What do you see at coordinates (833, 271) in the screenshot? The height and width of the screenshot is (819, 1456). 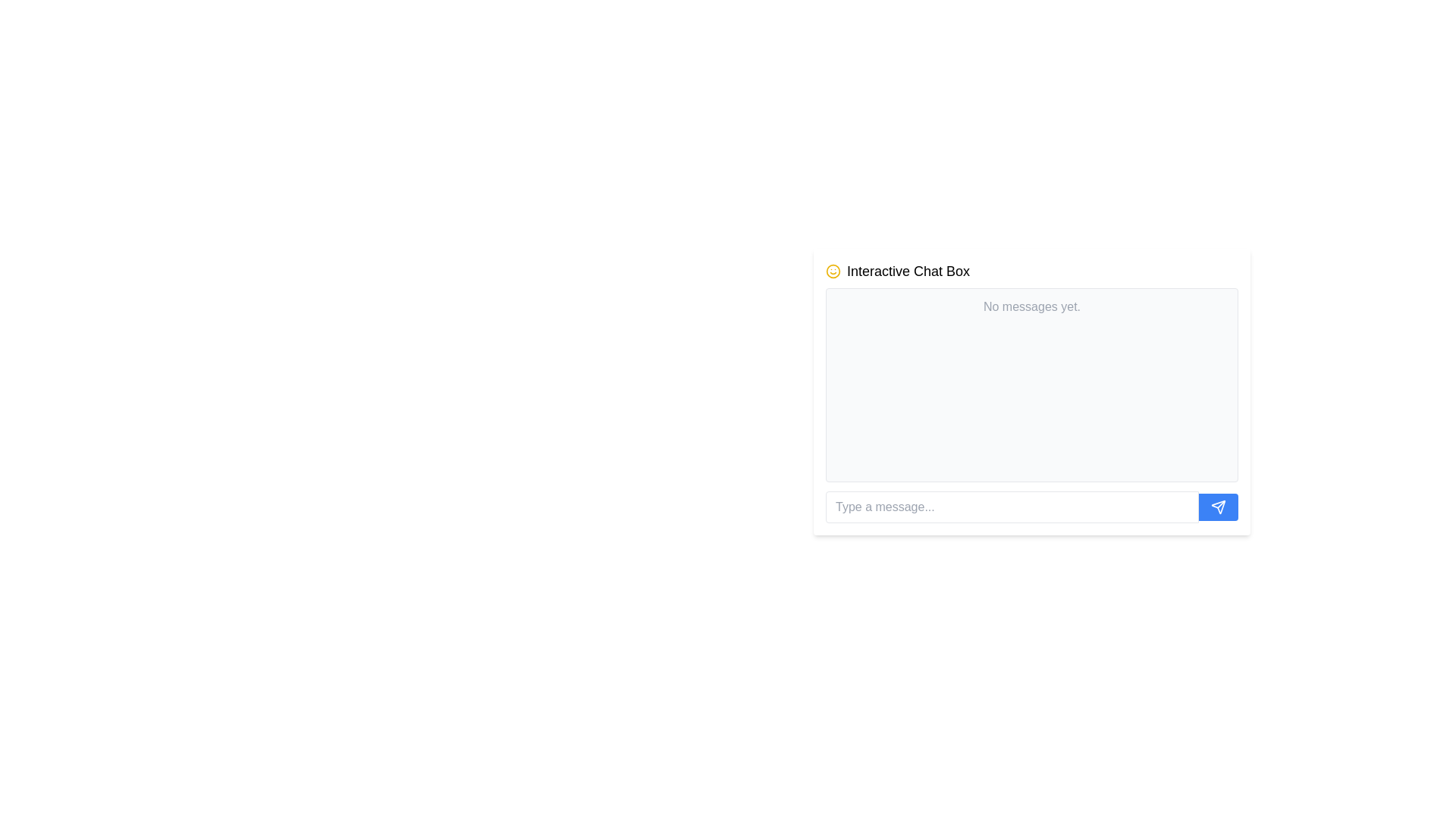 I see `the decorative circular icon located to the left of the 'Interactive Chat Box' label in the chat box header` at bounding box center [833, 271].